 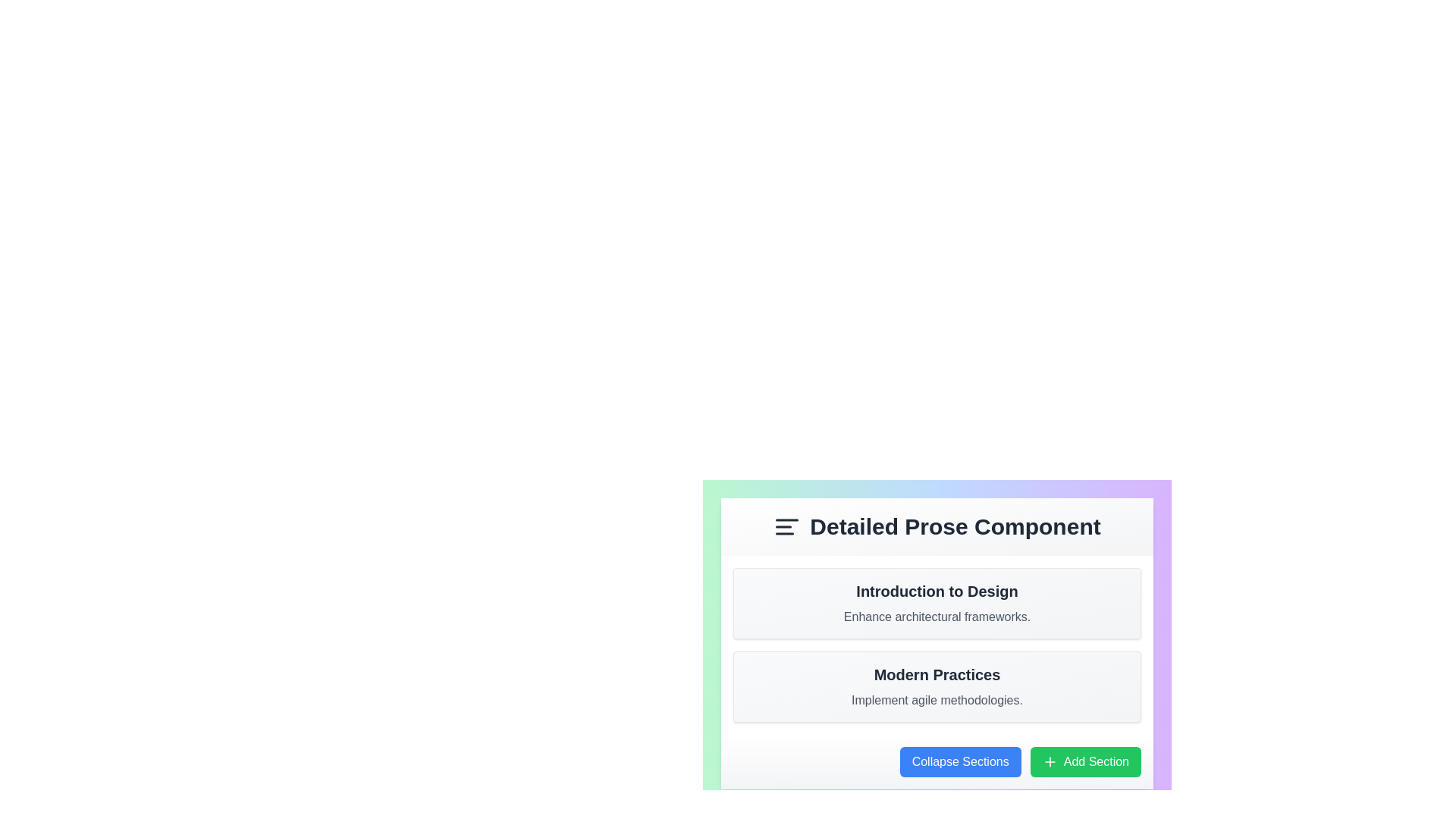 I want to click on the text label containing the phrase 'Enhance architectural frameworks.' for accessibility tools, so click(x=937, y=617).